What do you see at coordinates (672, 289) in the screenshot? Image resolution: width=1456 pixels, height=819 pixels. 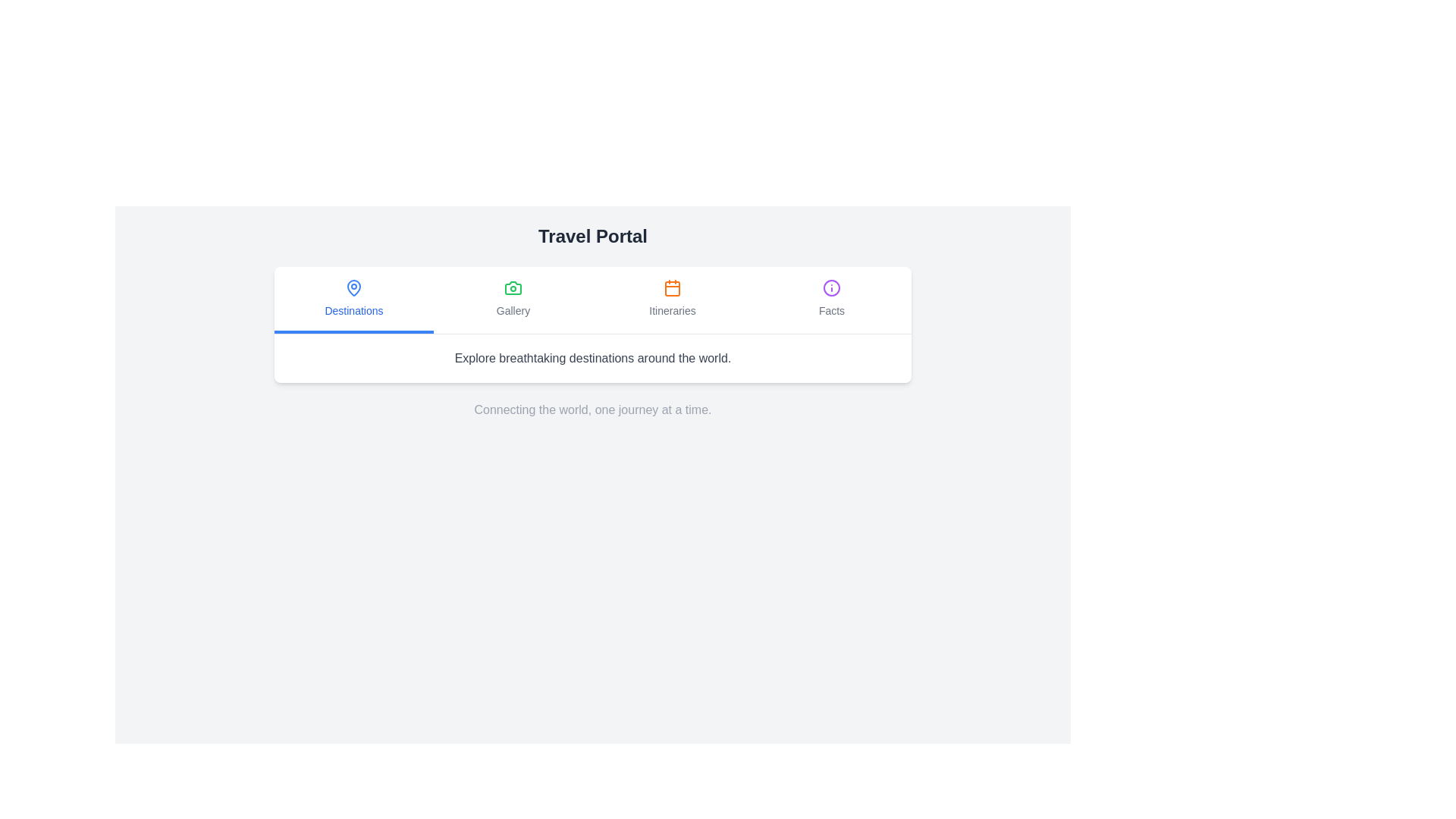 I see `the SVG rectangle element that forms the body of the calendar-shaped icon for 'Itineraries', which has slightly rounded corners and an orange hue` at bounding box center [672, 289].